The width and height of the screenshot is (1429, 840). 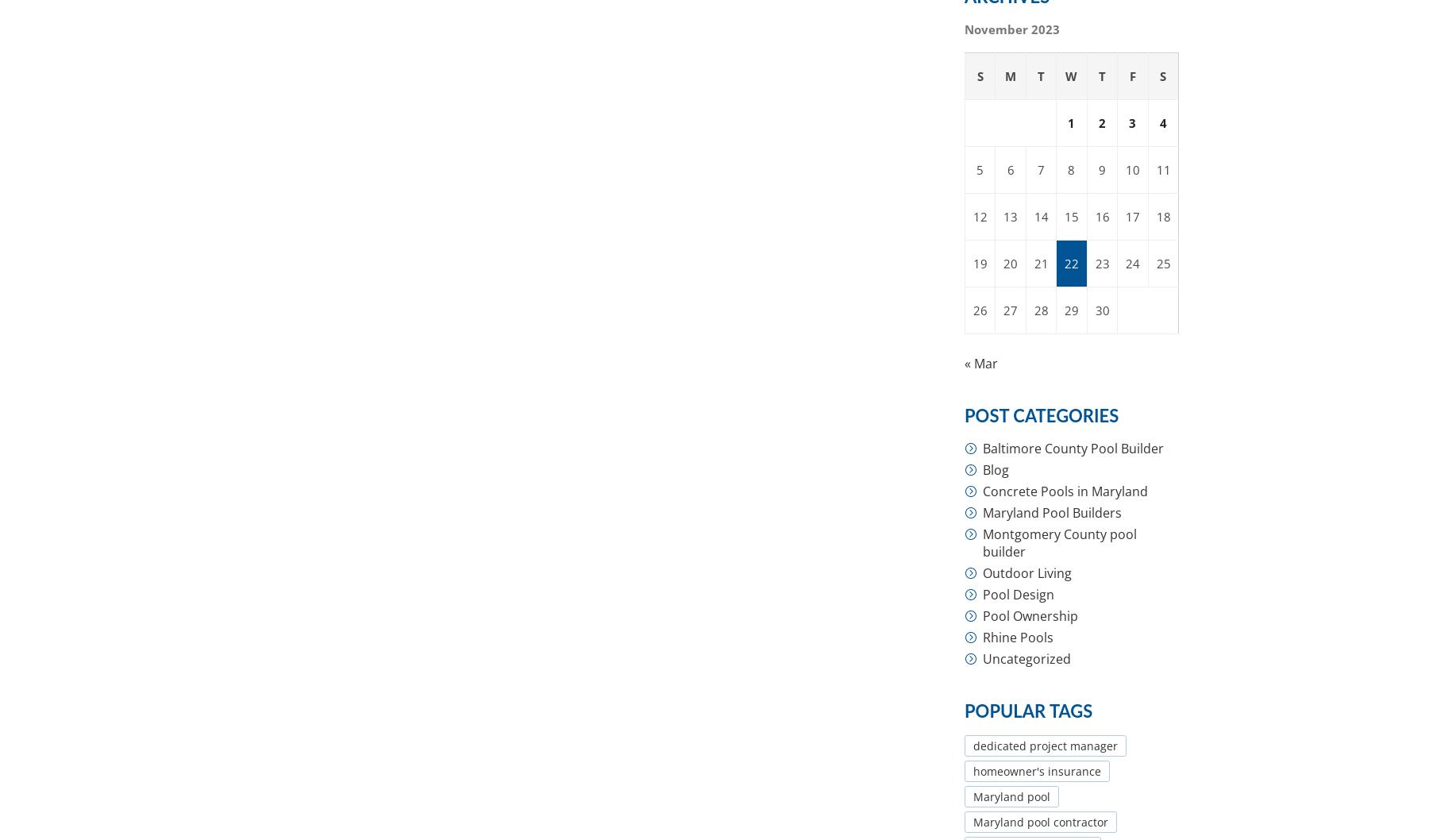 What do you see at coordinates (1100, 121) in the screenshot?
I see `'2'` at bounding box center [1100, 121].